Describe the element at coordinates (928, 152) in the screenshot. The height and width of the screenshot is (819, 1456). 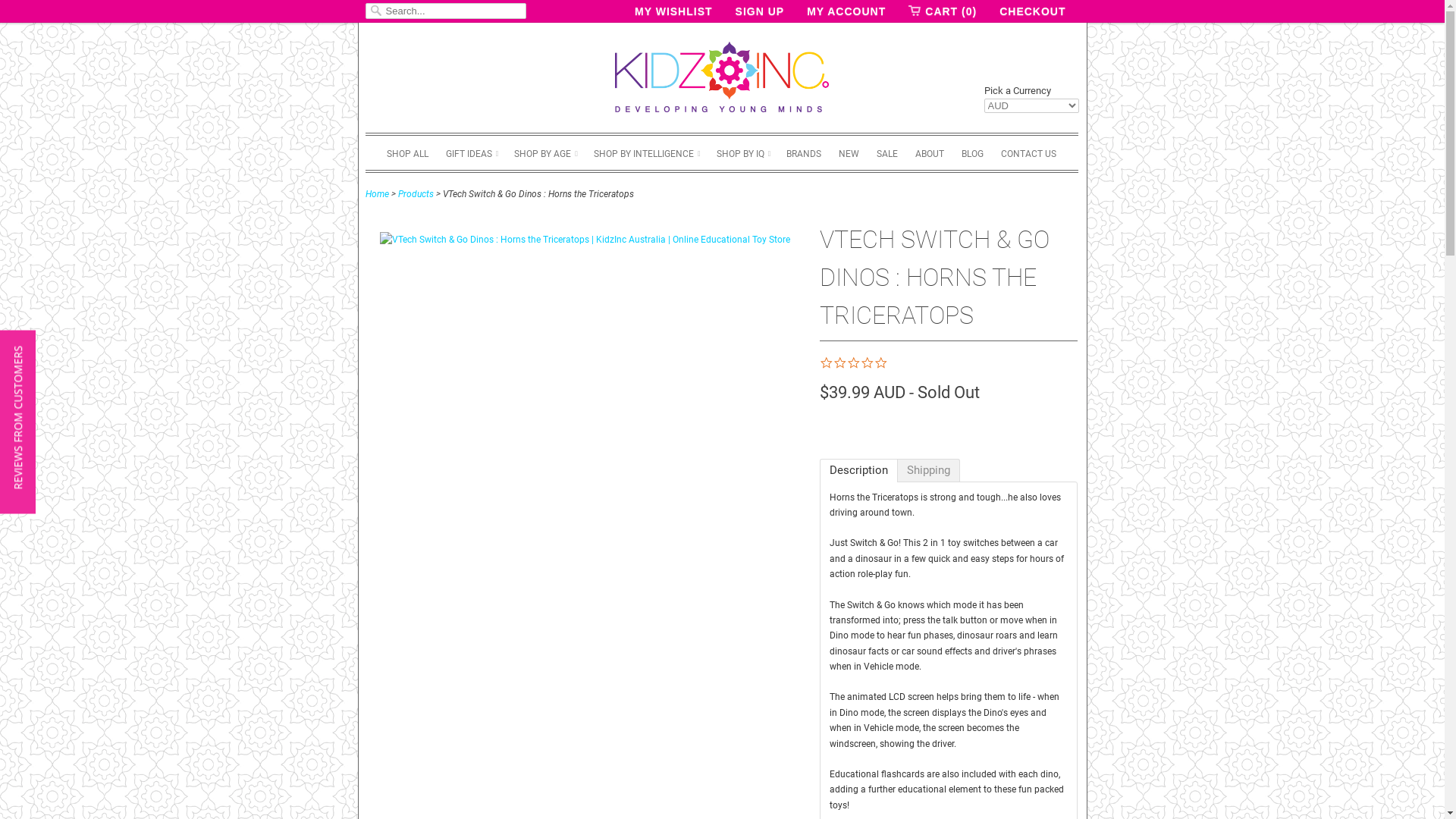
I see `'ABOUT'` at that location.